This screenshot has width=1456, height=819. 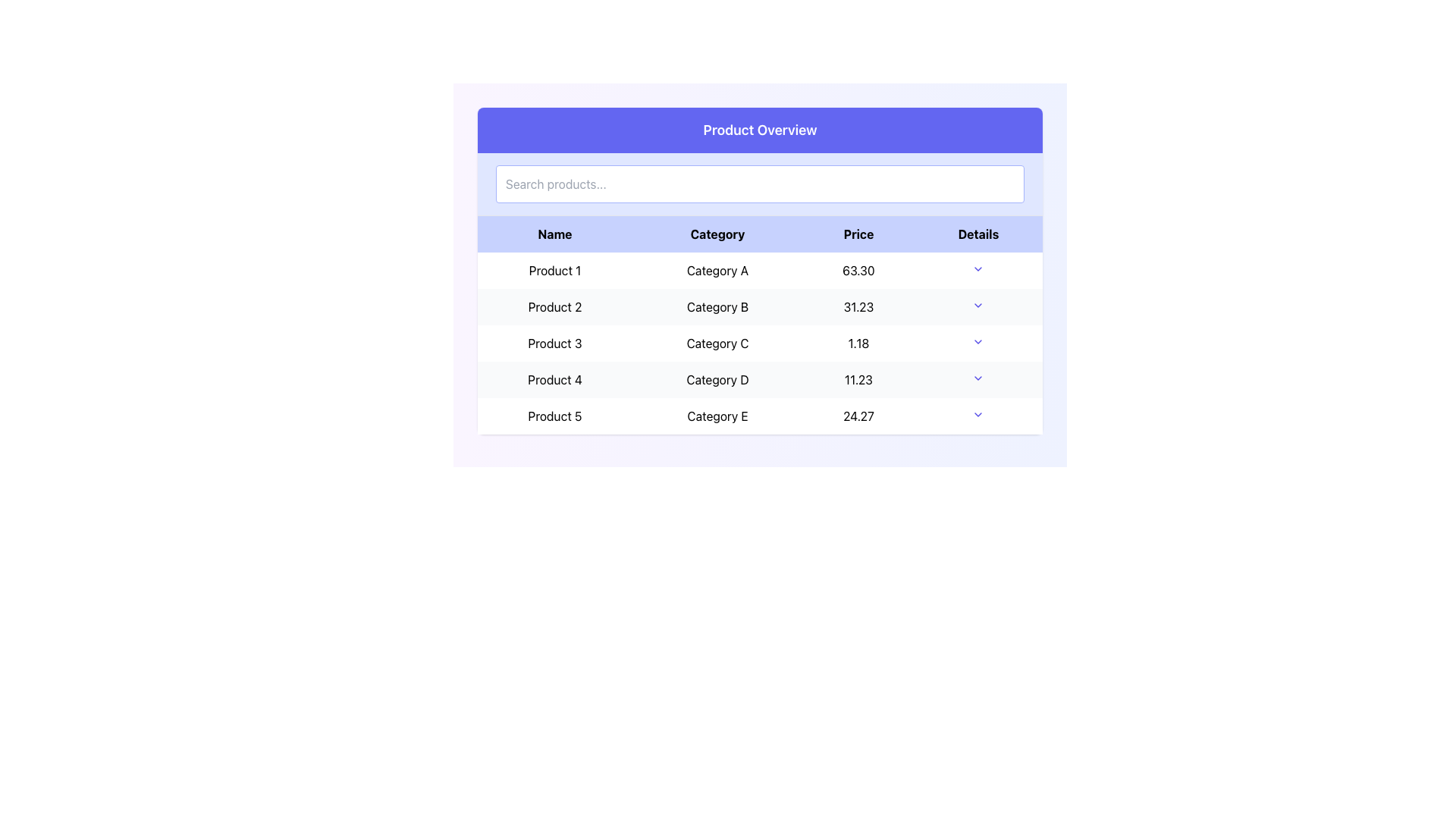 What do you see at coordinates (858, 307) in the screenshot?
I see `the text display showing the numeric value '31.23' in black text under the 'Price' column for 'Product 2'` at bounding box center [858, 307].